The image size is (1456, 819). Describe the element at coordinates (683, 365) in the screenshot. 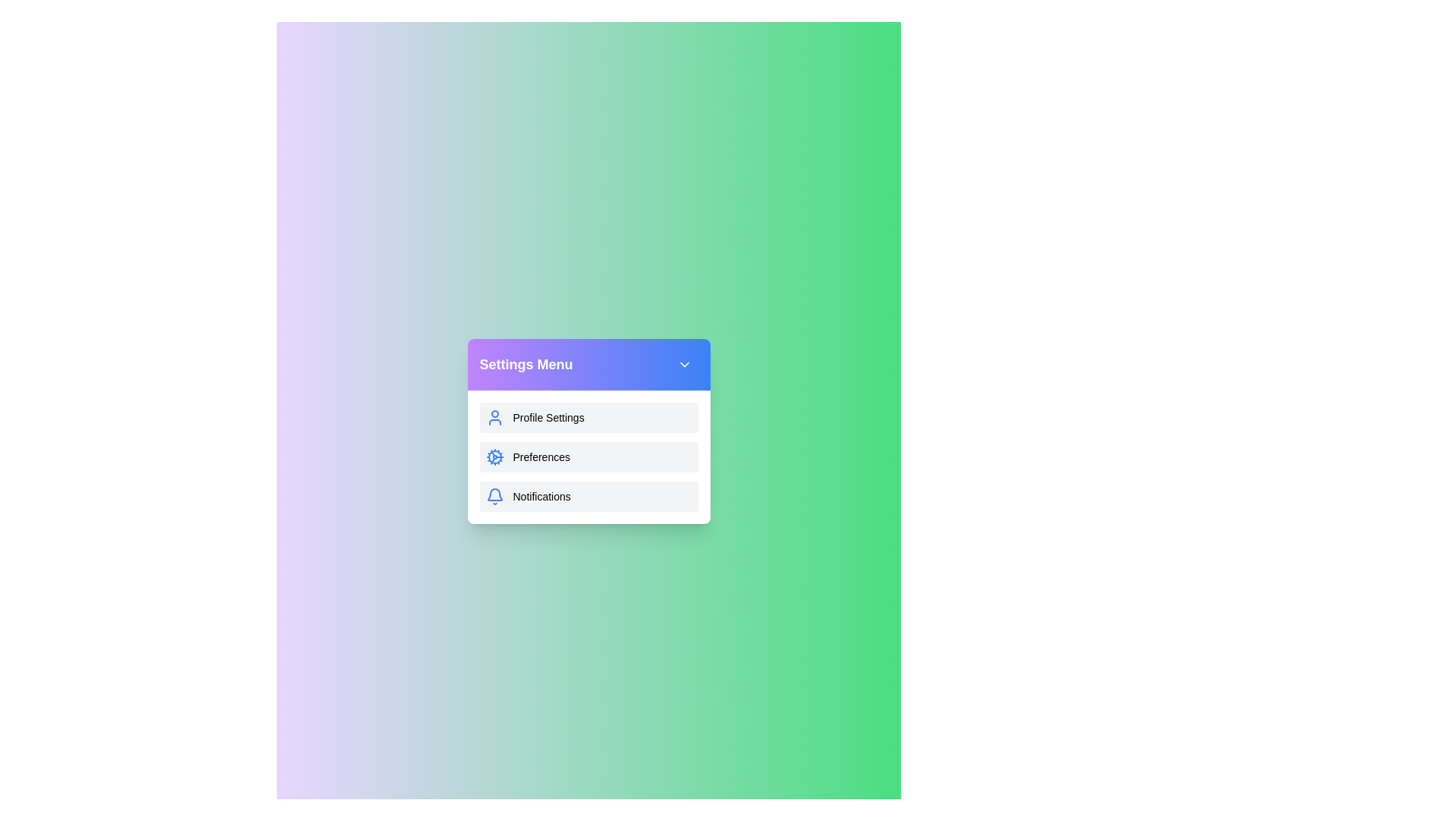

I see `the dropdown button to toggle the menu visibility` at that location.